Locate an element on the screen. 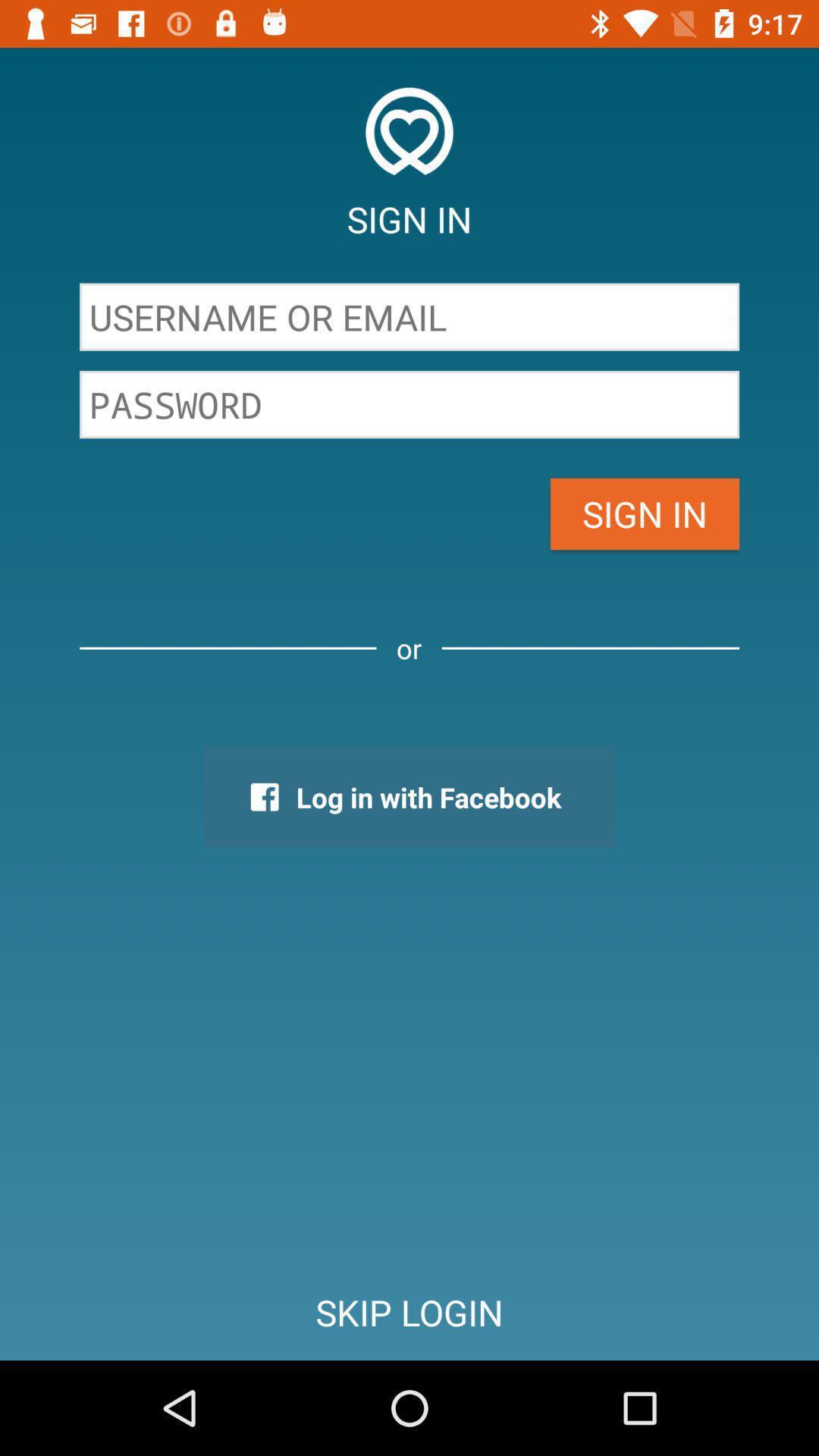 The image size is (819, 1456). sign in info is located at coordinates (409, 316).